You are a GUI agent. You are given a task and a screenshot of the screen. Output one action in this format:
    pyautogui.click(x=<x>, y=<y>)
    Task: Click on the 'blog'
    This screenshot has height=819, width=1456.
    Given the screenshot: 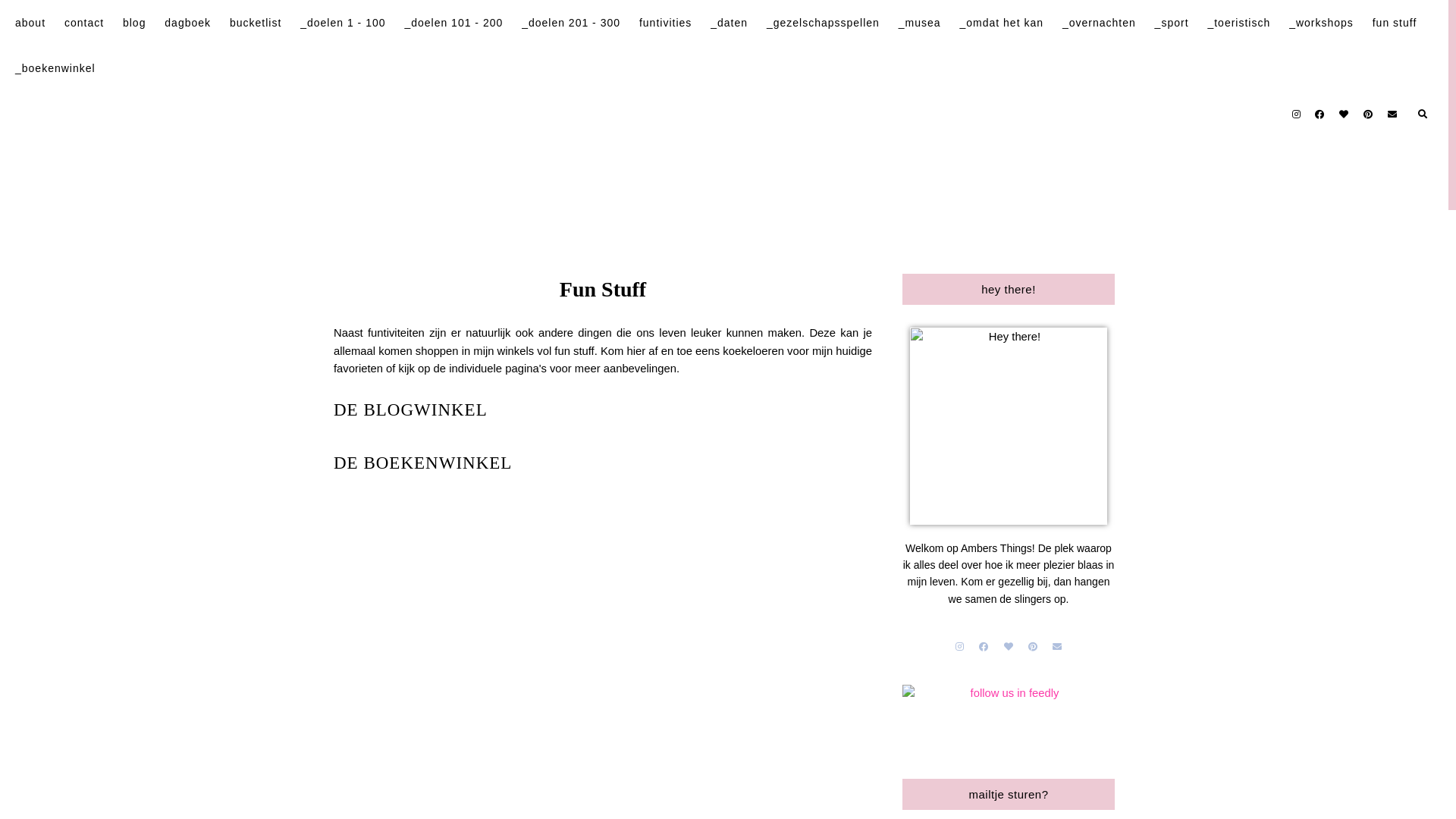 What is the action you would take?
    pyautogui.click(x=134, y=23)
    